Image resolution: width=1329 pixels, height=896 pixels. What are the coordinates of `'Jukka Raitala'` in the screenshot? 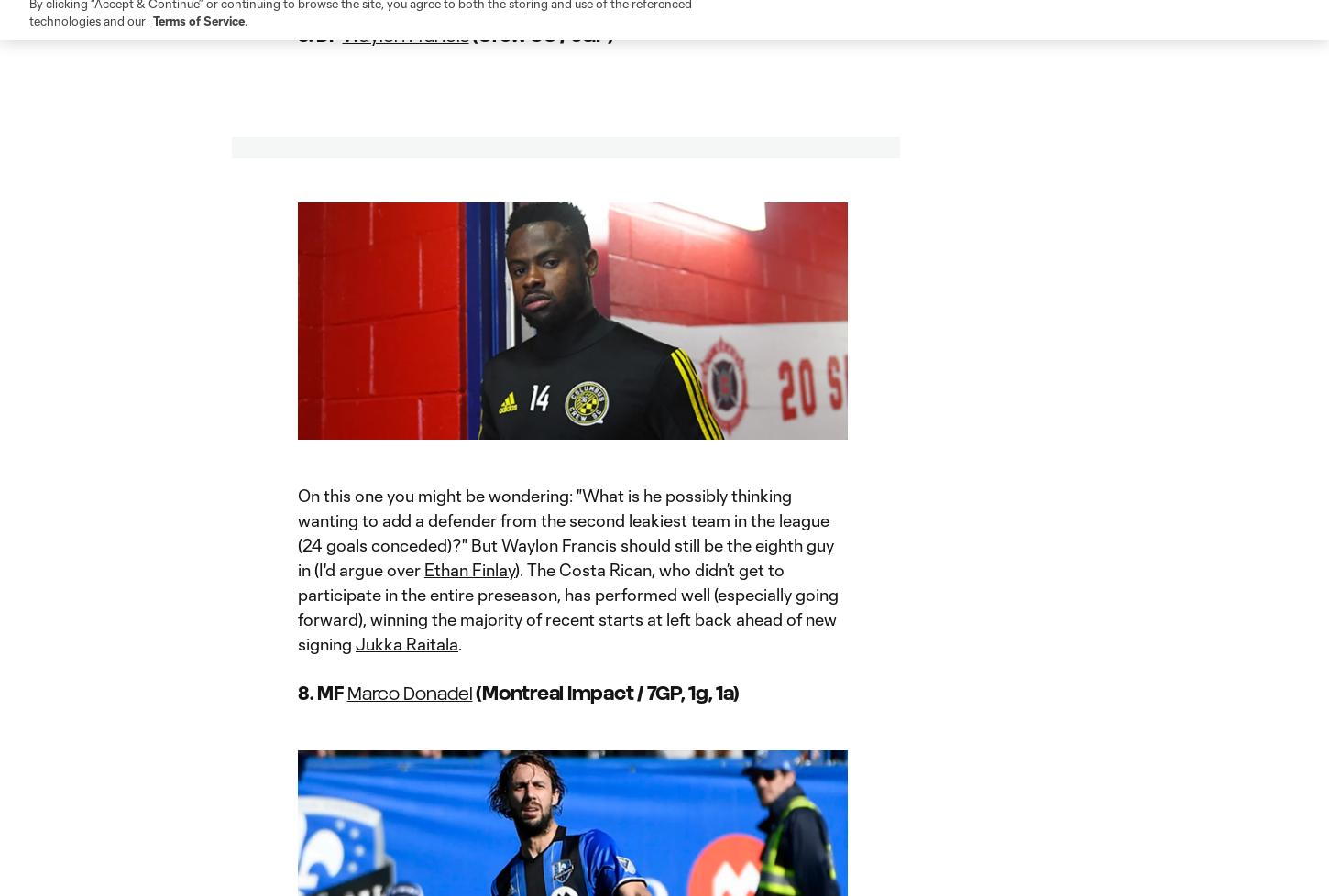 It's located at (405, 643).